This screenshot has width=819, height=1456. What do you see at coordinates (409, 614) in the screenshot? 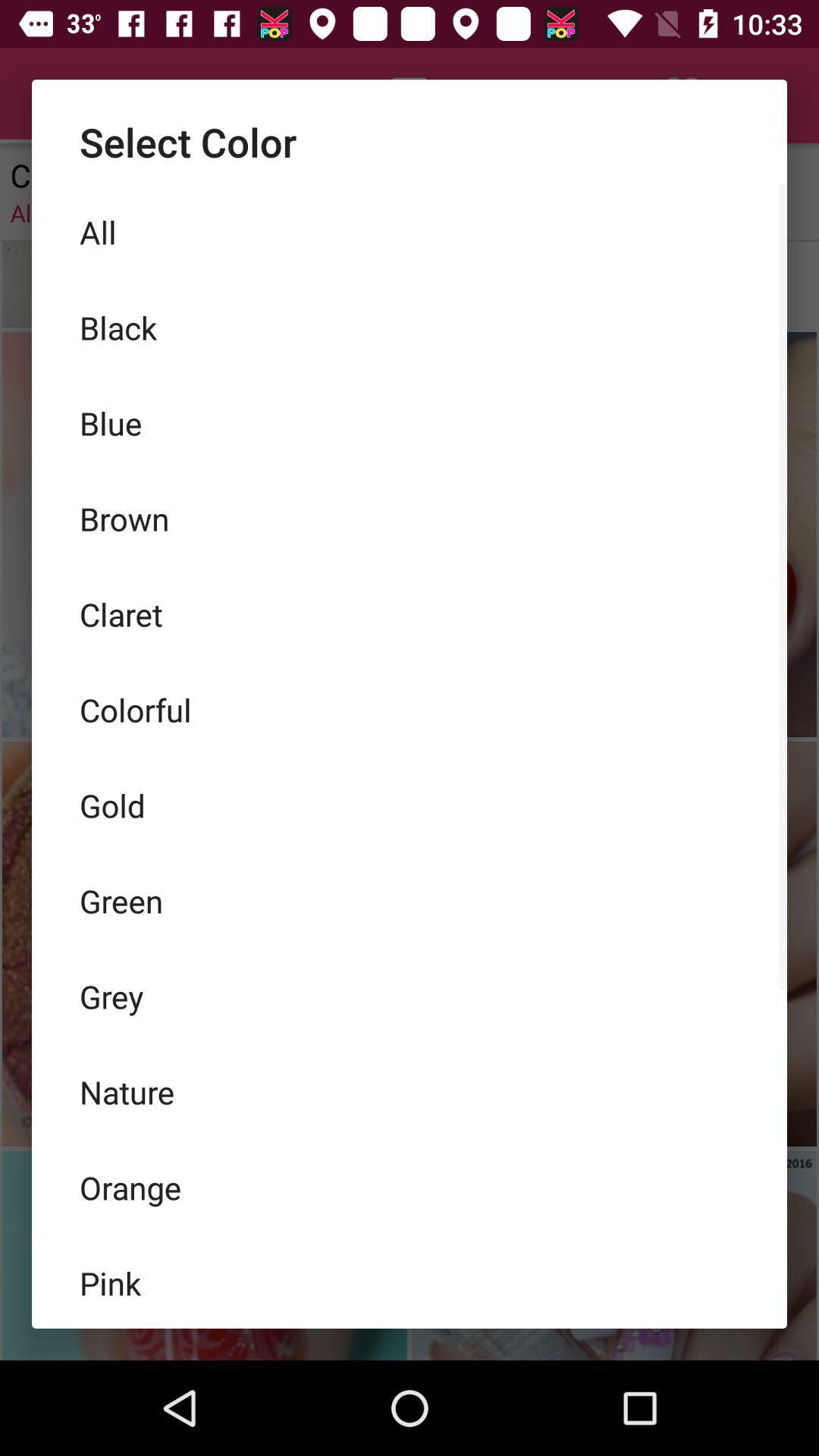
I see `the claret` at bounding box center [409, 614].